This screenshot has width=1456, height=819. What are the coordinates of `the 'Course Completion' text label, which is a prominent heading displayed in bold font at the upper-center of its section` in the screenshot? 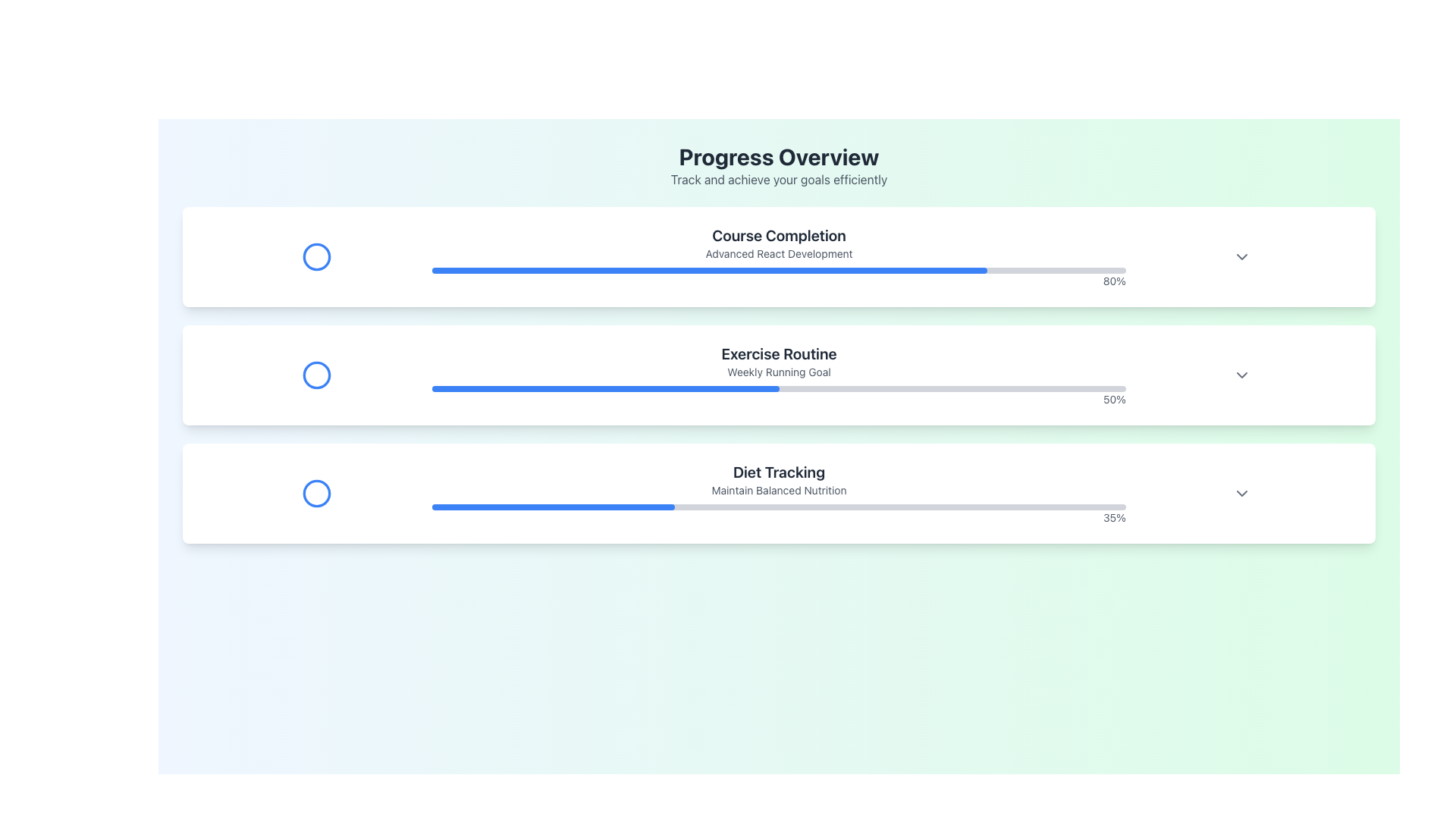 It's located at (779, 236).